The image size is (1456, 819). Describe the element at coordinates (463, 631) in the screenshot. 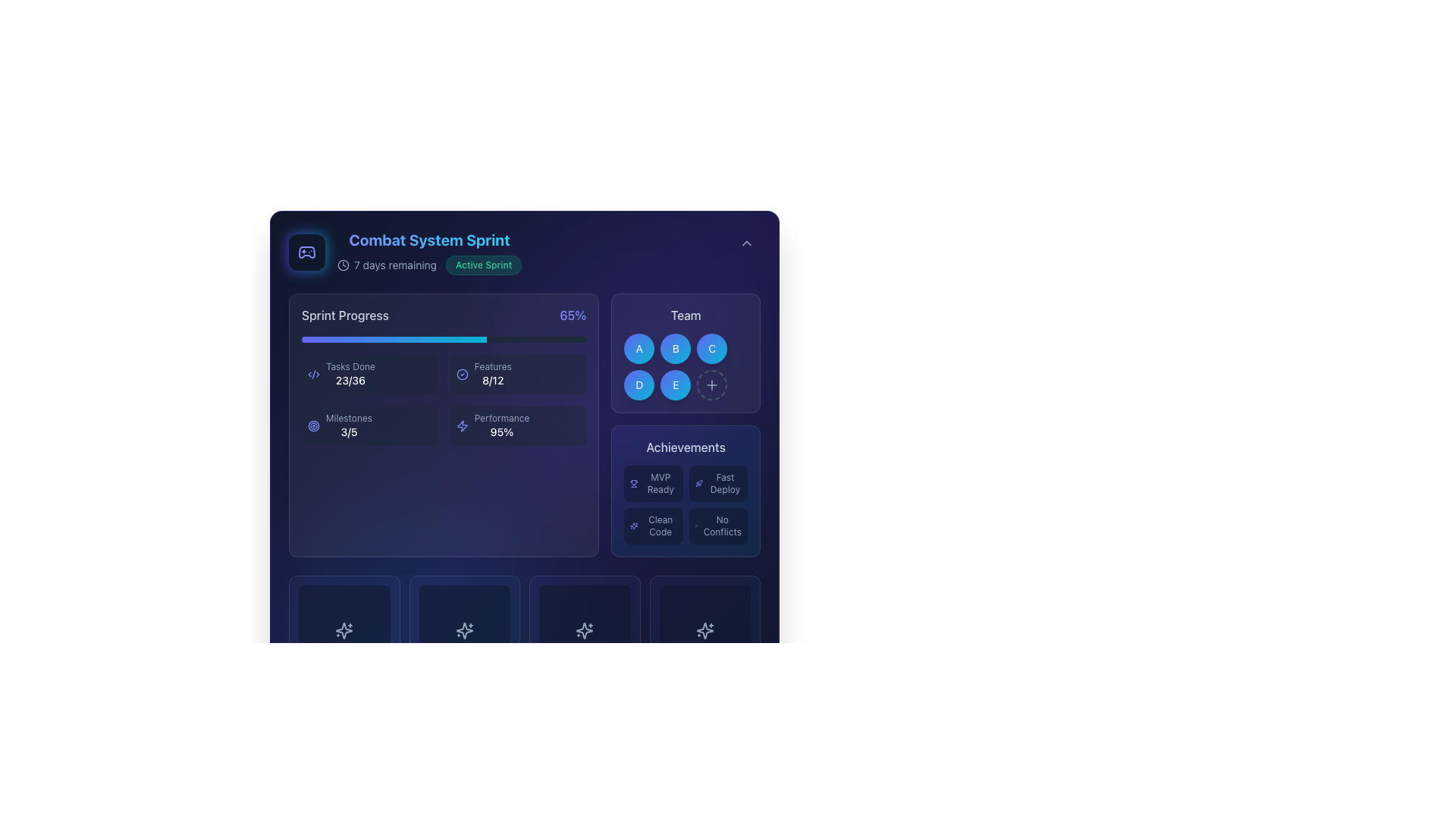

I see `to select or activate the square grid cell with an icon located in the second column of the last row beneath the 'Sprint Progress' section` at that location.